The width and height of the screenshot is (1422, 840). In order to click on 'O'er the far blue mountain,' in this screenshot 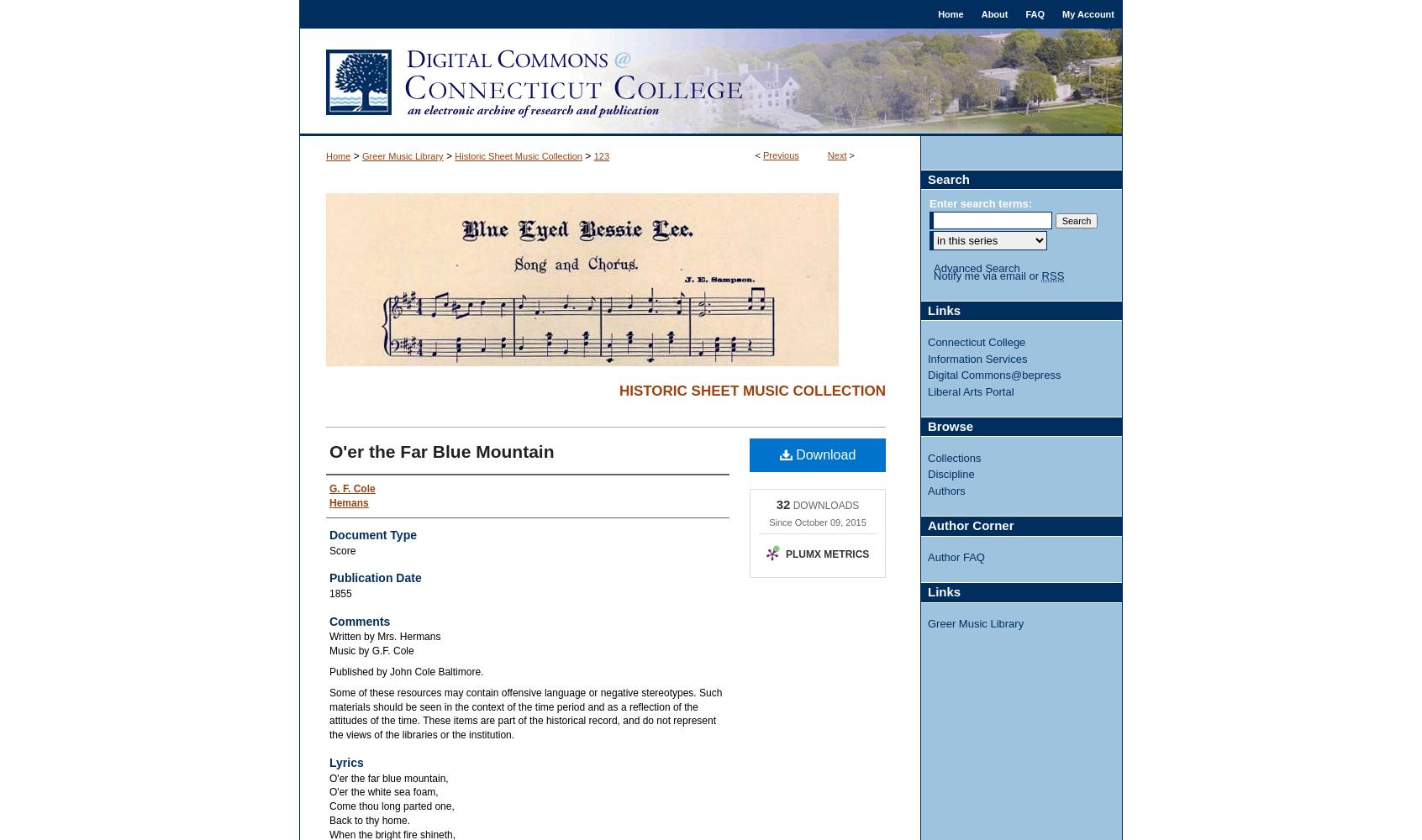, I will do `click(387, 778)`.